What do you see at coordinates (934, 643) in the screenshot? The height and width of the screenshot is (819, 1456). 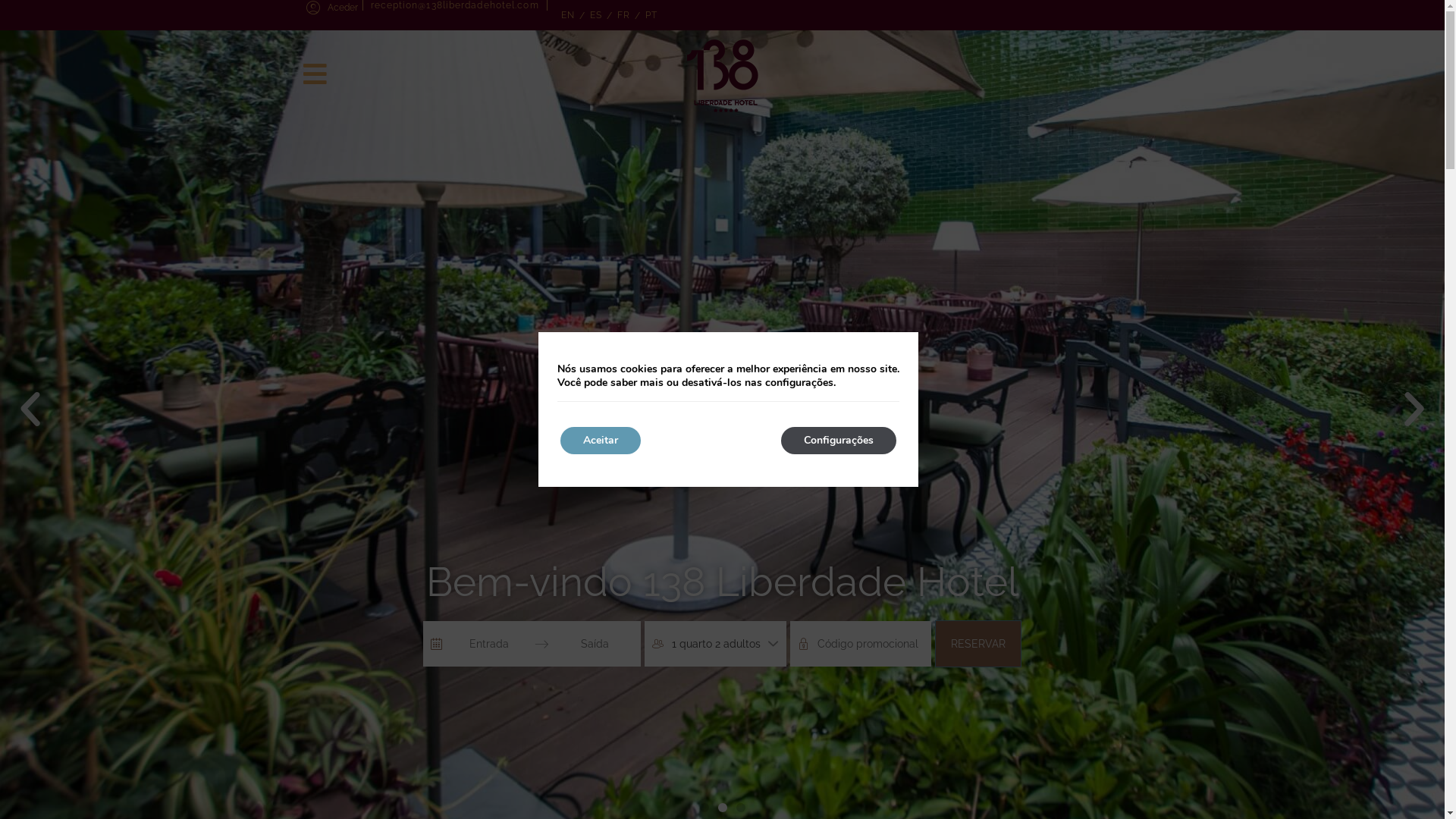 I see `'RESERVAR'` at bounding box center [934, 643].